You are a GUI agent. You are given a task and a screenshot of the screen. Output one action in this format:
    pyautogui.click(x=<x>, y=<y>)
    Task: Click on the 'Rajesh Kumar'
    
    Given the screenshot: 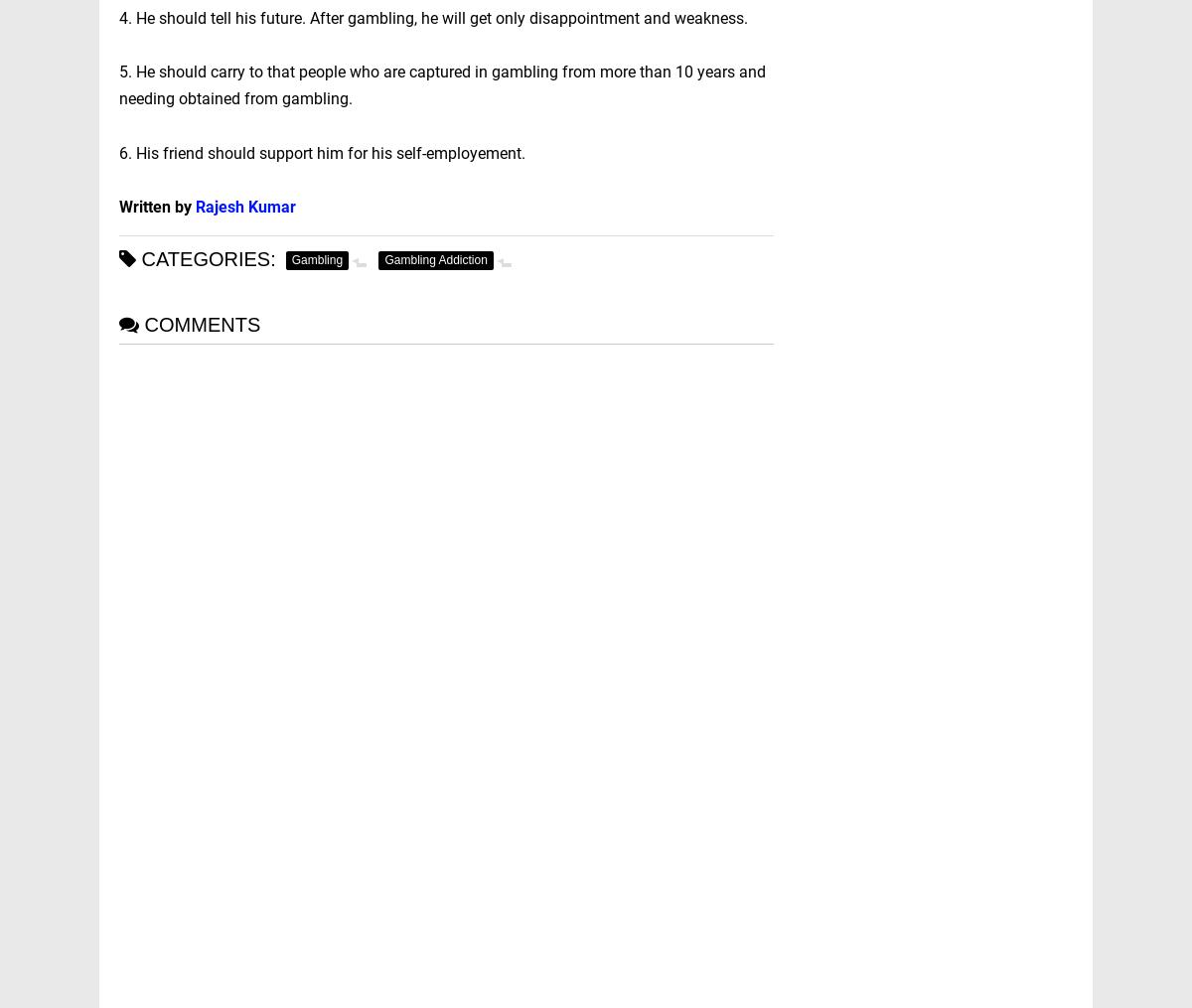 What is the action you would take?
    pyautogui.click(x=244, y=206)
    